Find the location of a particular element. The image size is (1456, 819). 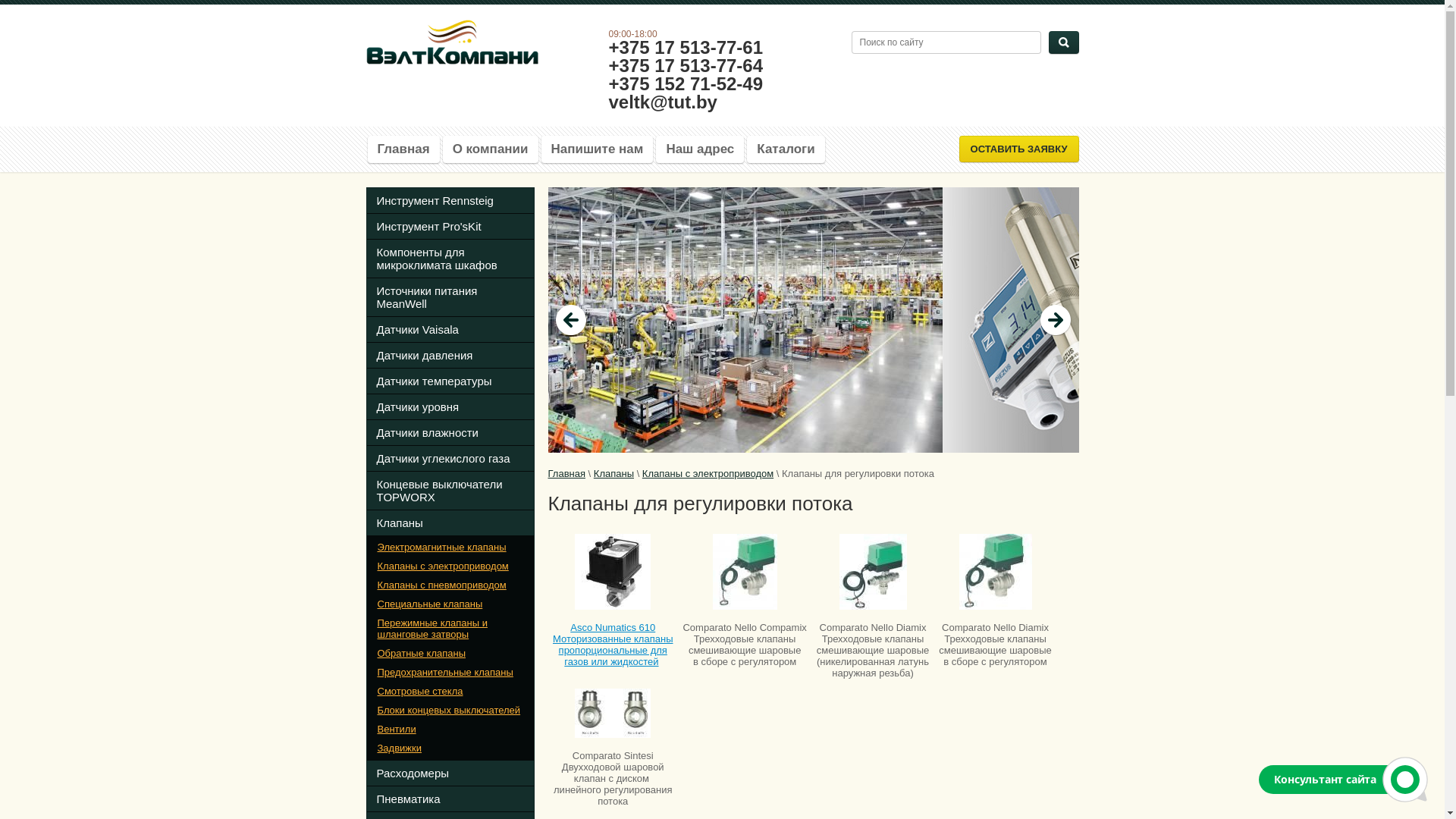

'Prev' is located at coordinates (570, 318).